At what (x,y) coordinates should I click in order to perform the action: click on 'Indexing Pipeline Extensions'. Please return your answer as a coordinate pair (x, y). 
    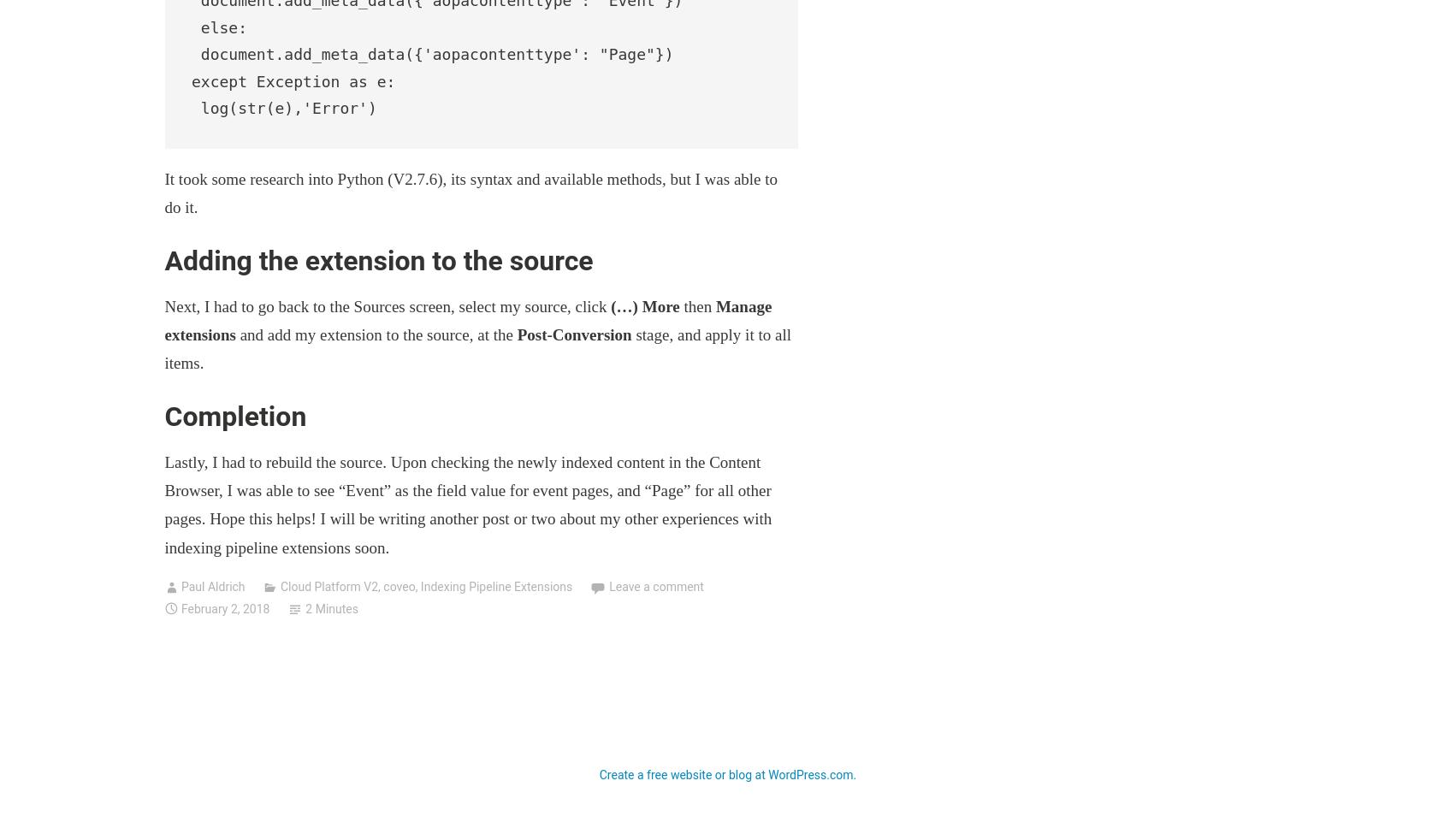
    Looking at the image, I should click on (419, 586).